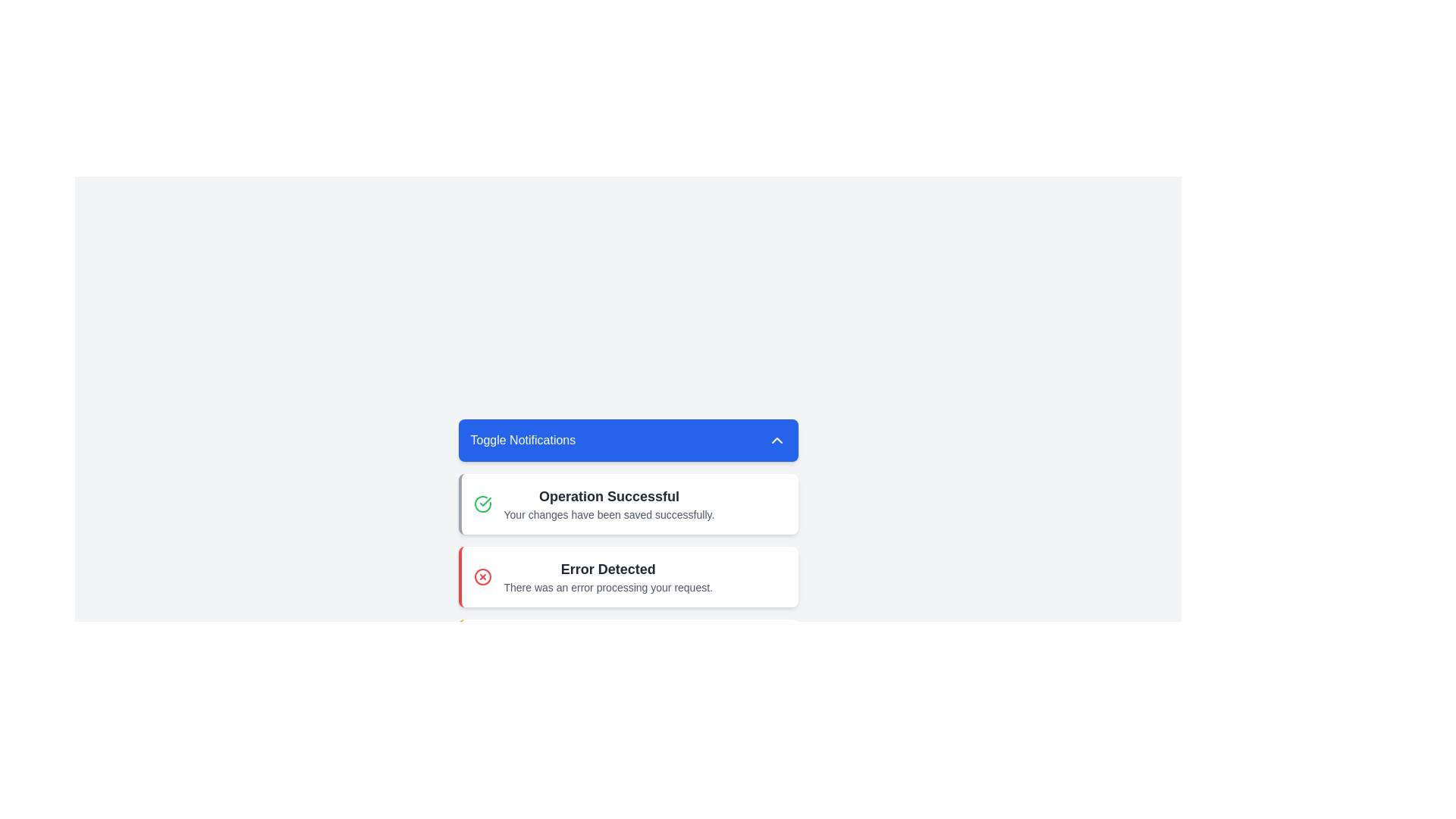 The image size is (1456, 819). Describe the element at coordinates (777, 441) in the screenshot. I see `the chevron-up icon located on the far-right side of the 'Toggle Notifications' button` at that location.